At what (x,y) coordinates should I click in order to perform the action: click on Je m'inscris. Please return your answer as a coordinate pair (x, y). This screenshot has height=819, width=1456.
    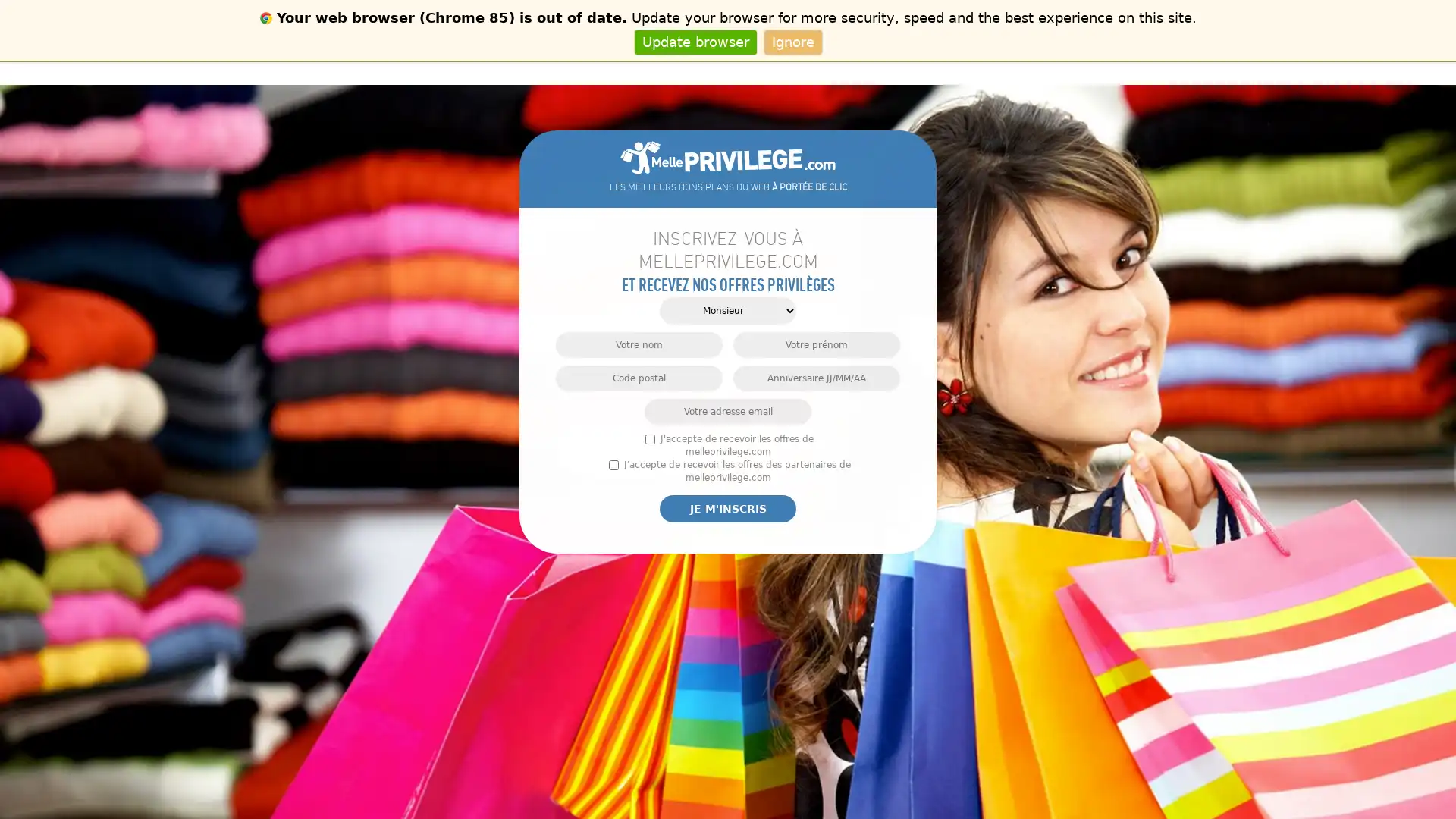
    Looking at the image, I should click on (728, 508).